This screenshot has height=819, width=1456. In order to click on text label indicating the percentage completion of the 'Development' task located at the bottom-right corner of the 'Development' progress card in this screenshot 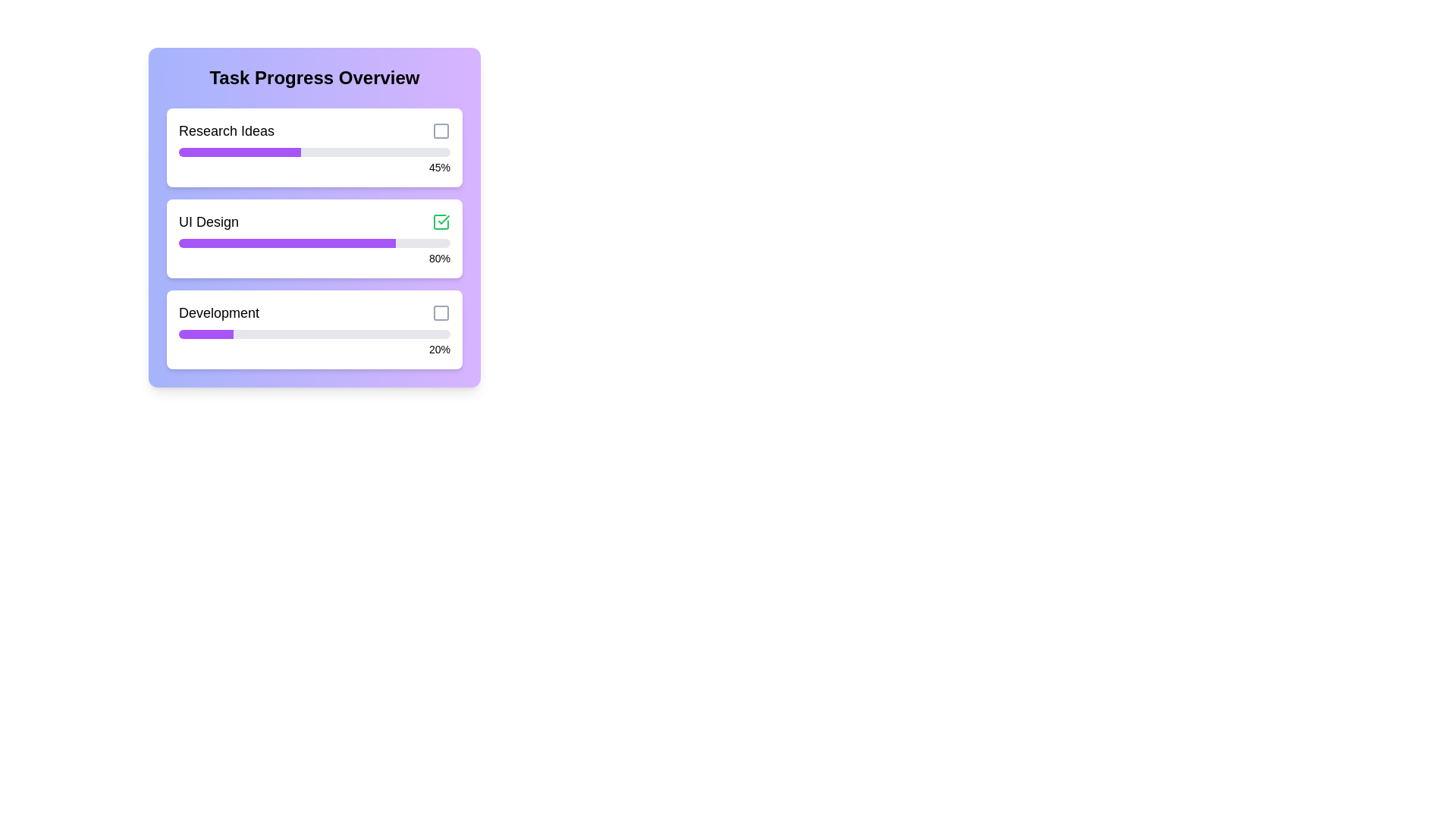, I will do `click(313, 350)`.